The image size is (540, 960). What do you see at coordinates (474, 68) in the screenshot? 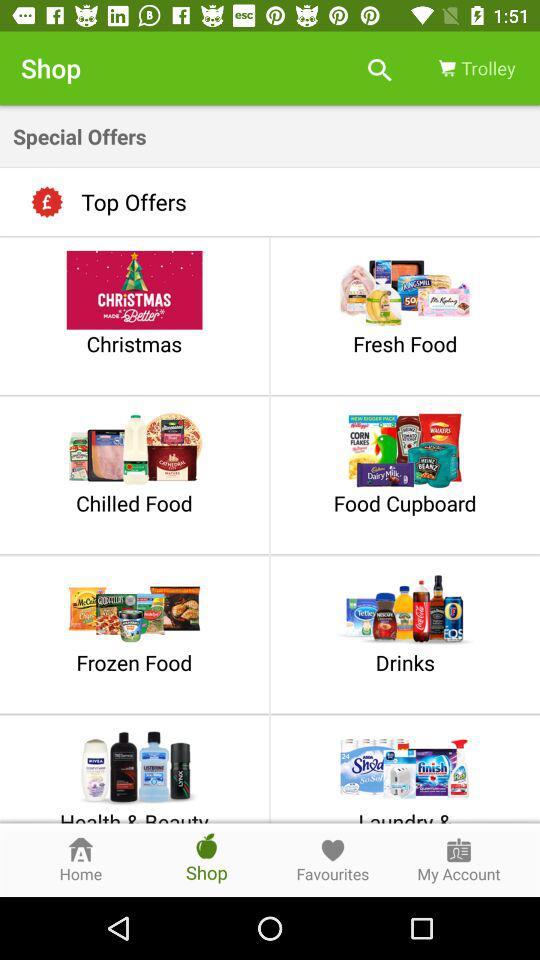
I see `trolley icon` at bounding box center [474, 68].